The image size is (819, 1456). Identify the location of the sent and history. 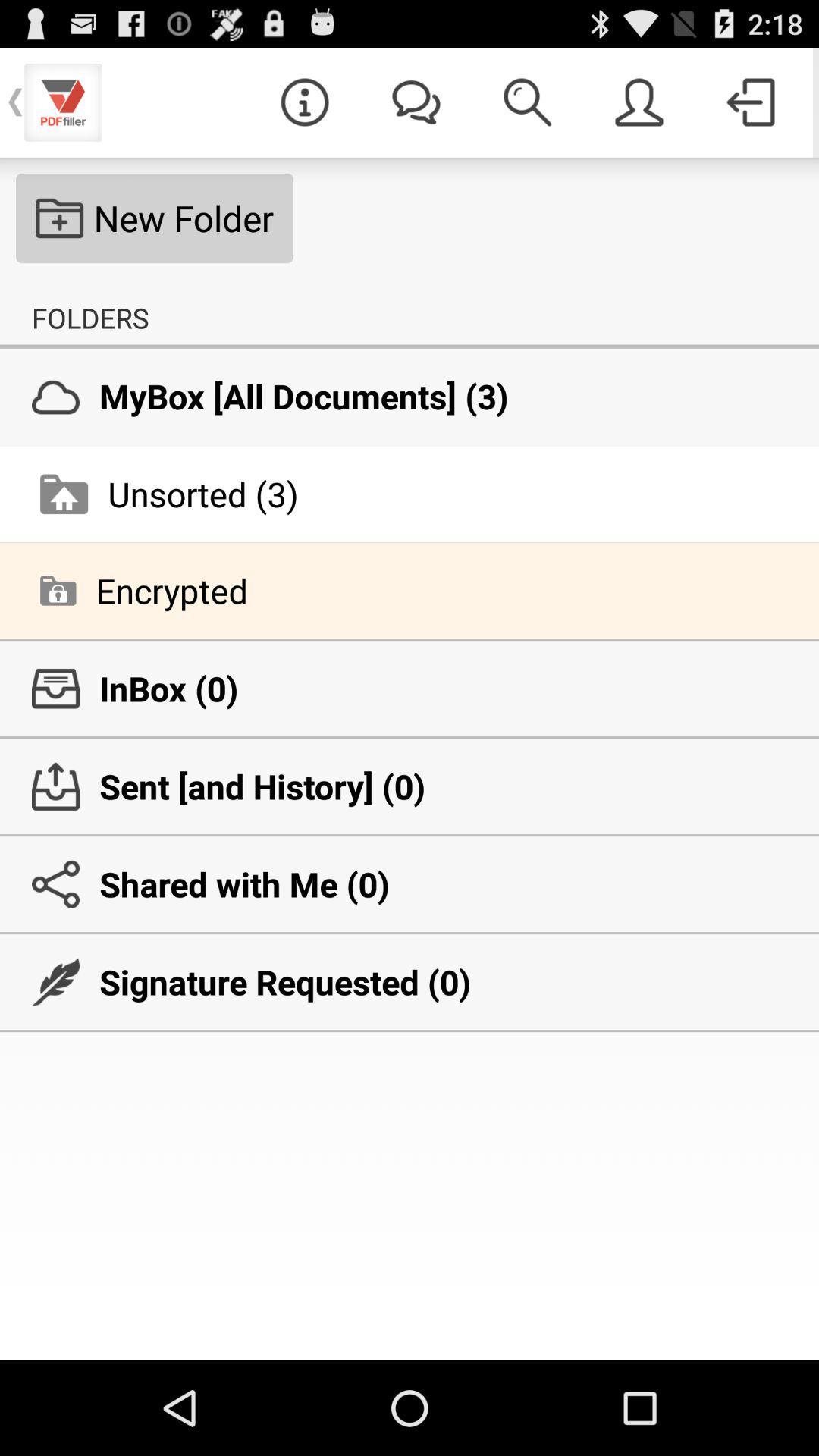
(409, 786).